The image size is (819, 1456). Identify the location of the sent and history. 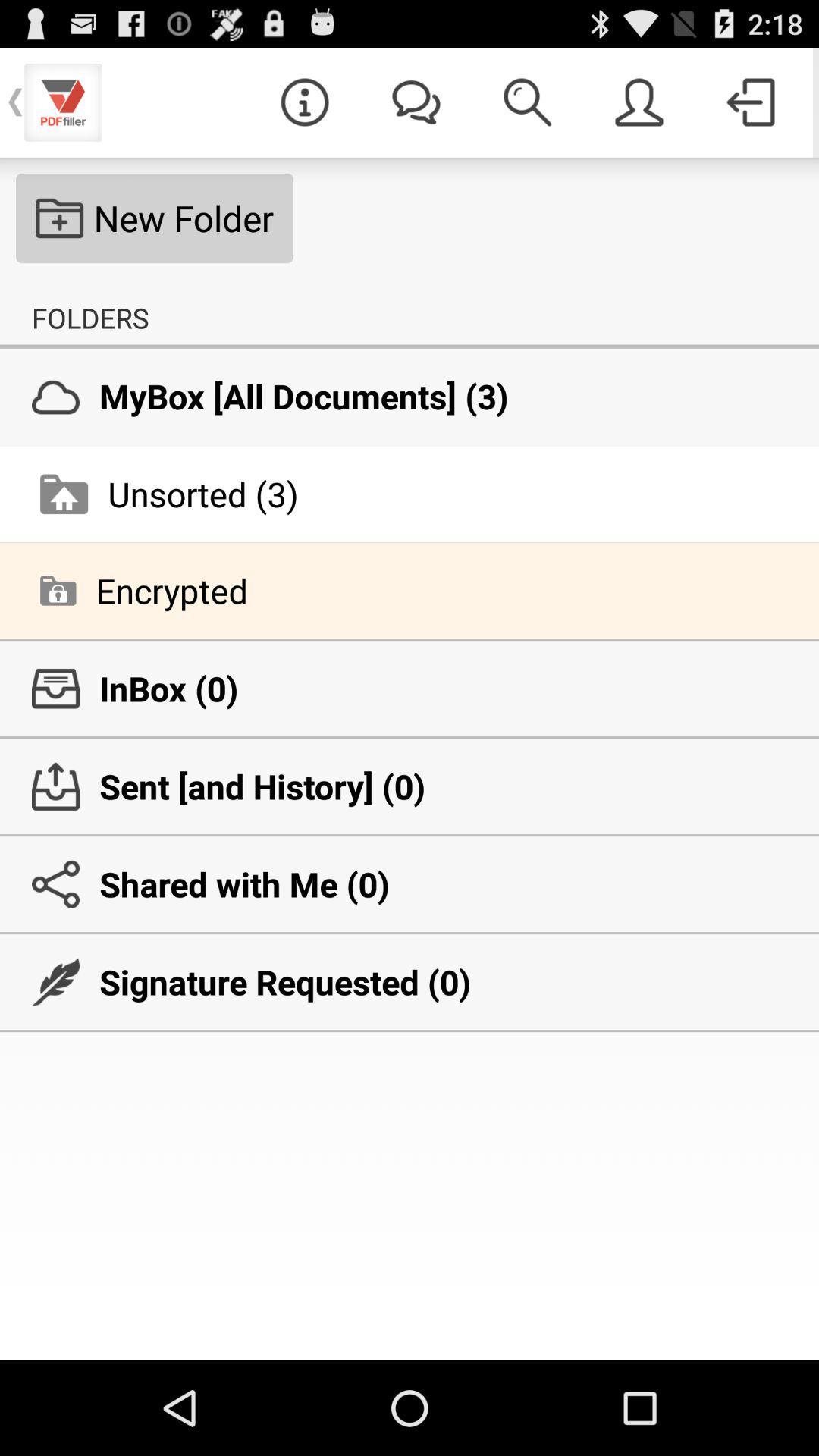
(409, 786).